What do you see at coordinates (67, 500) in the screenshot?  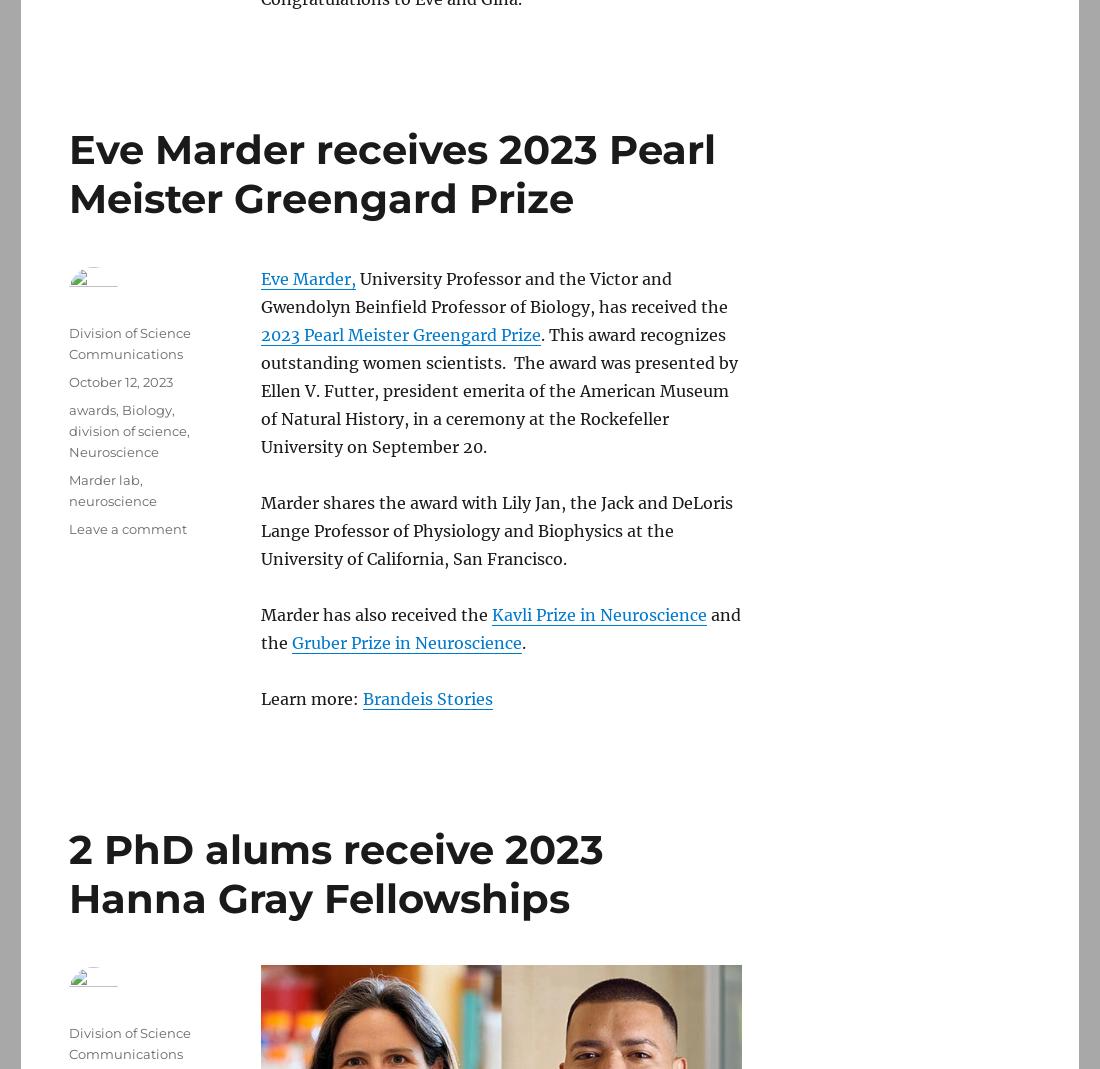 I see `'neuroscience'` at bounding box center [67, 500].